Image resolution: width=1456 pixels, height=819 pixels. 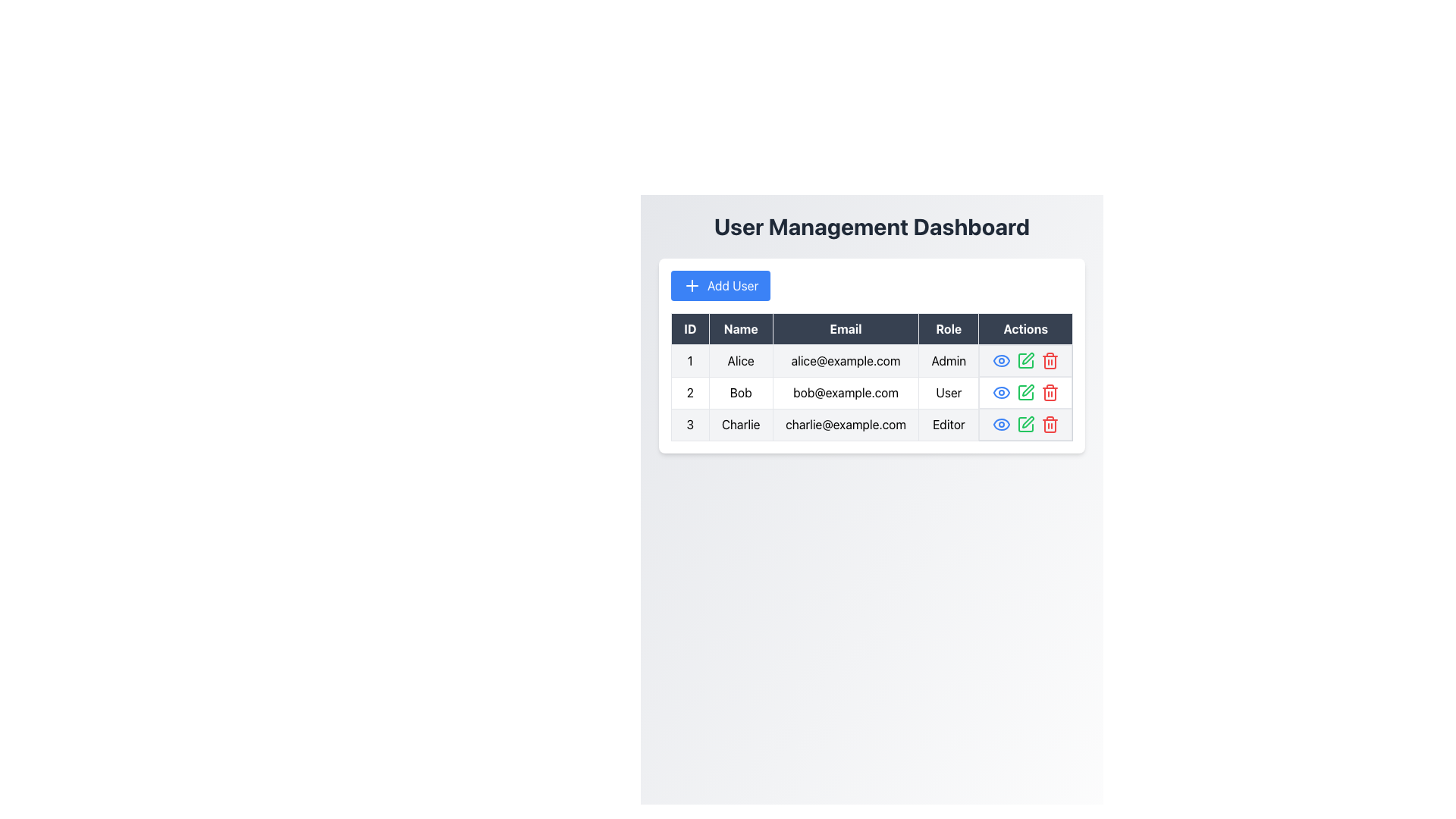 I want to click on the 'Name' label, which is the second column header in the table, centered in white font on a dark background, located between the 'ID' and 'Email' headers, so click(x=741, y=328).